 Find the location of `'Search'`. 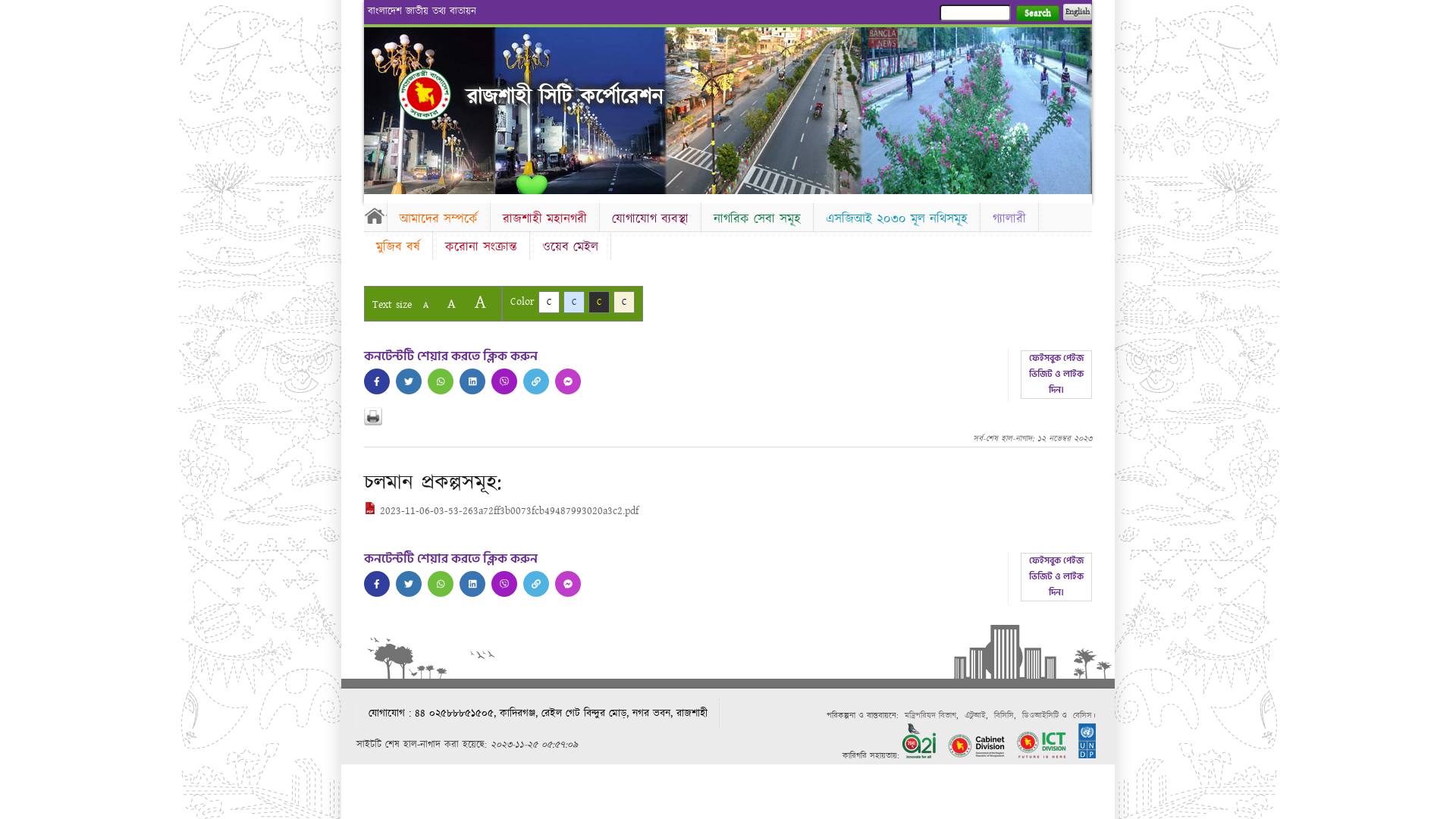

'Search' is located at coordinates (1037, 13).